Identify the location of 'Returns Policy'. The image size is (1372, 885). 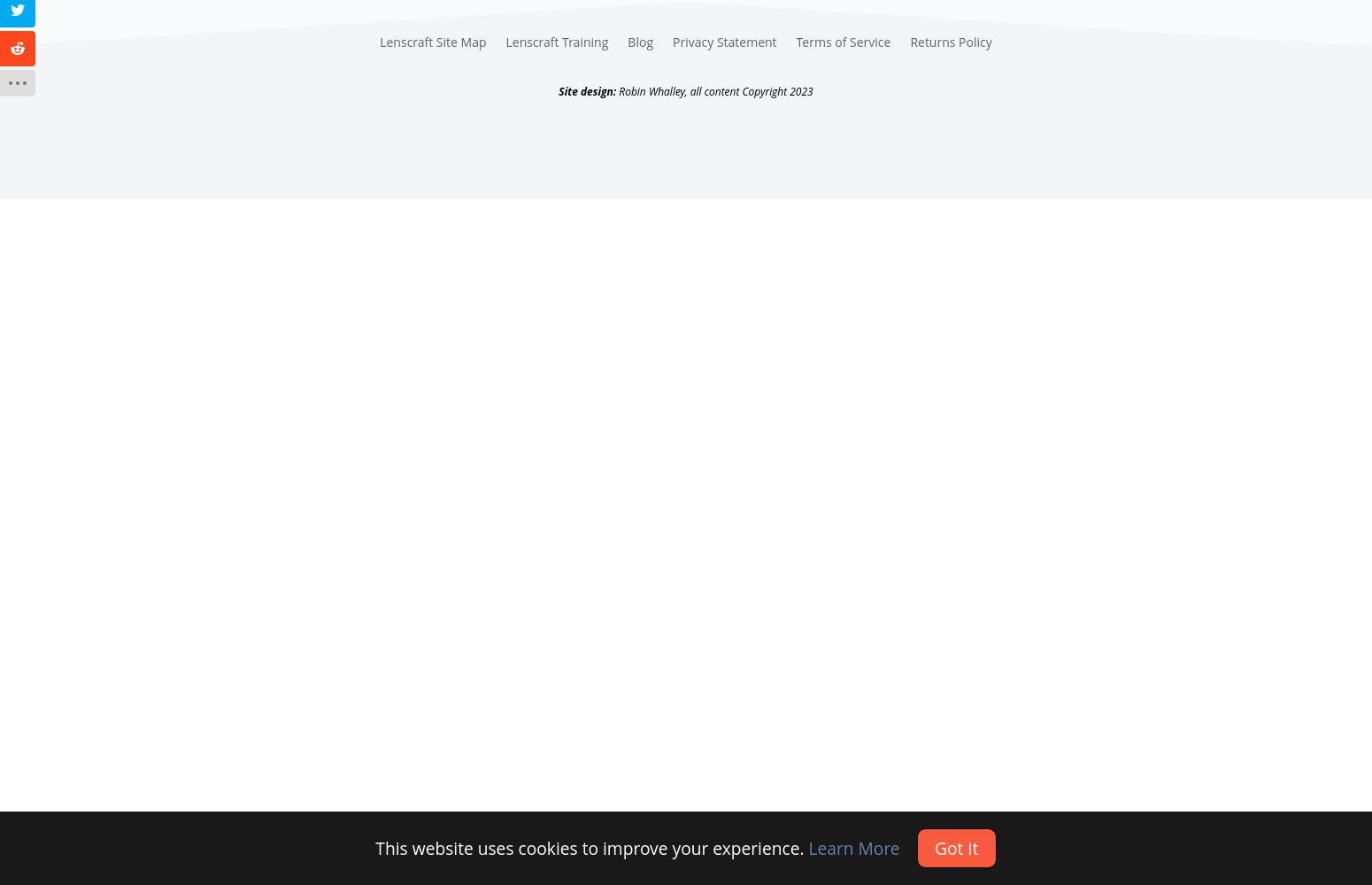
(950, 42).